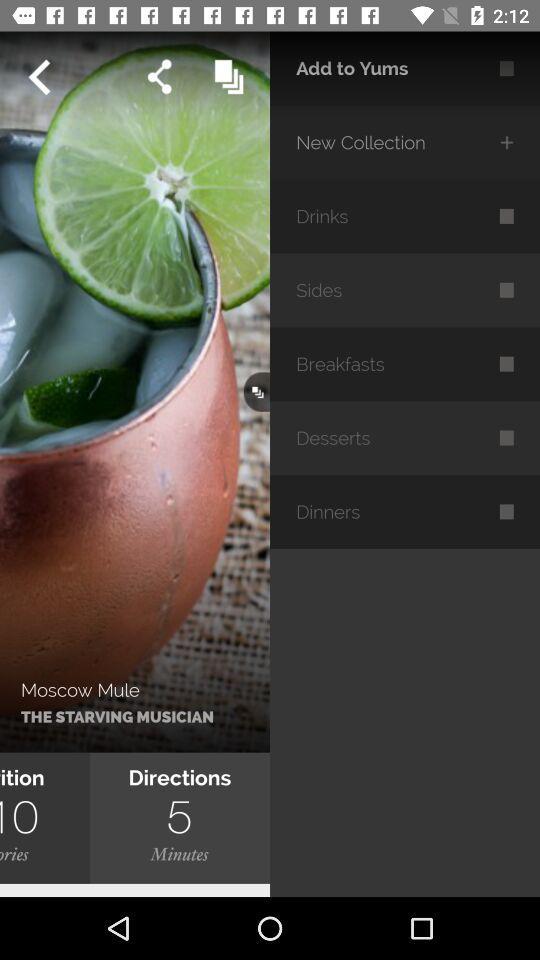  What do you see at coordinates (38, 77) in the screenshot?
I see `the arrow_backward icon` at bounding box center [38, 77].